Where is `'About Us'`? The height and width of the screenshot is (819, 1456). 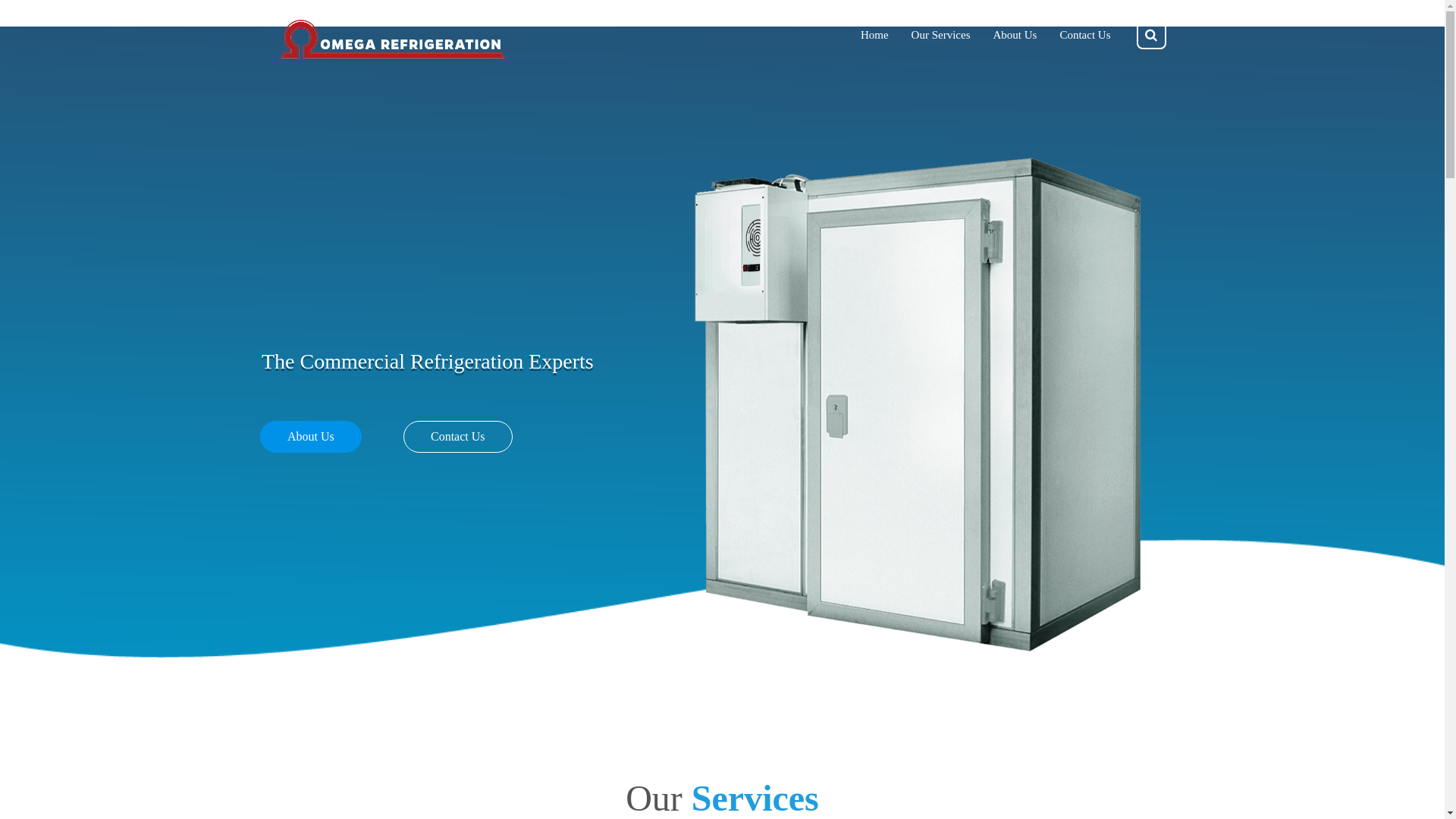 'About Us' is located at coordinates (1015, 34).